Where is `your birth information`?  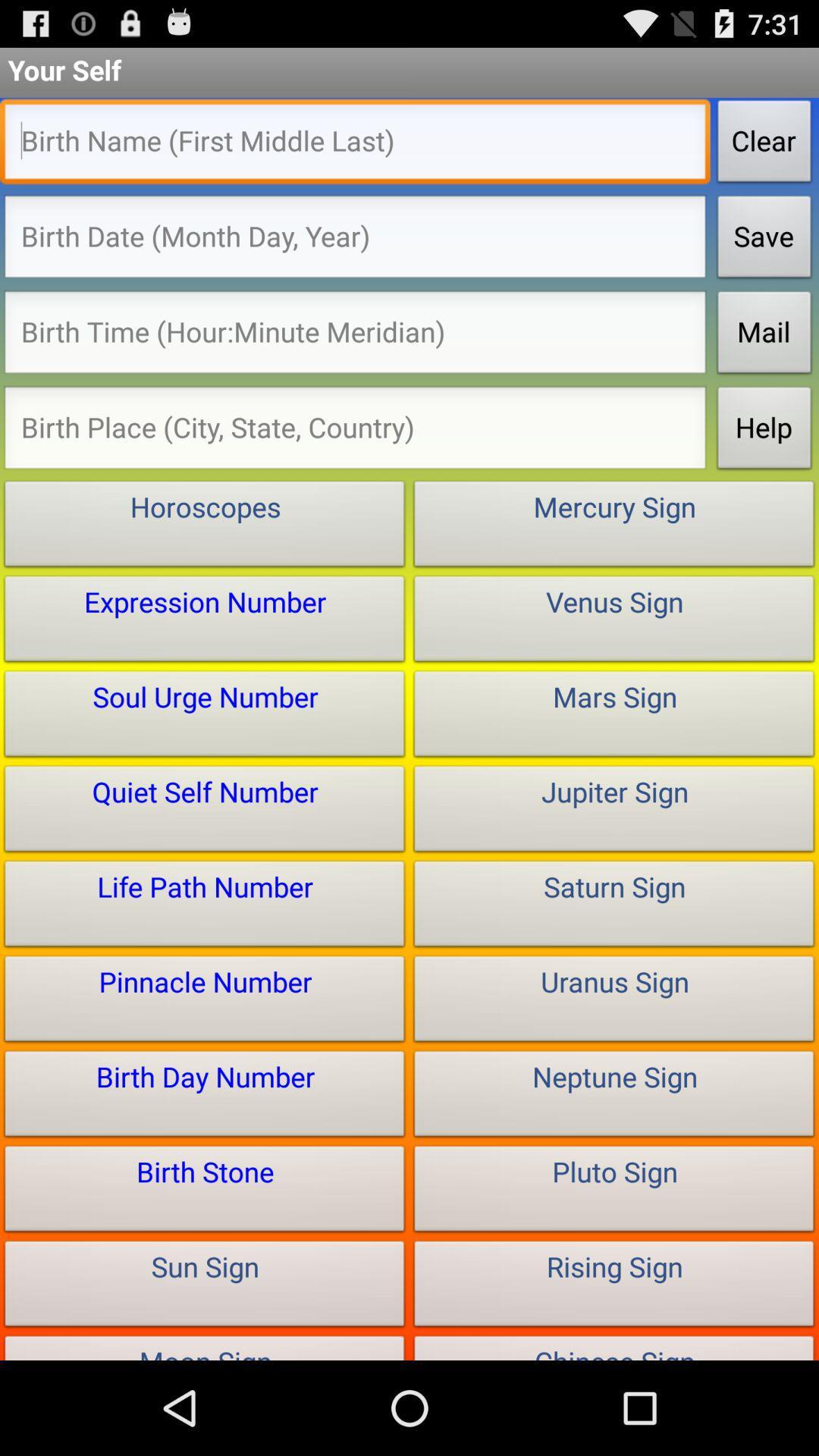
your birth information is located at coordinates (355, 240).